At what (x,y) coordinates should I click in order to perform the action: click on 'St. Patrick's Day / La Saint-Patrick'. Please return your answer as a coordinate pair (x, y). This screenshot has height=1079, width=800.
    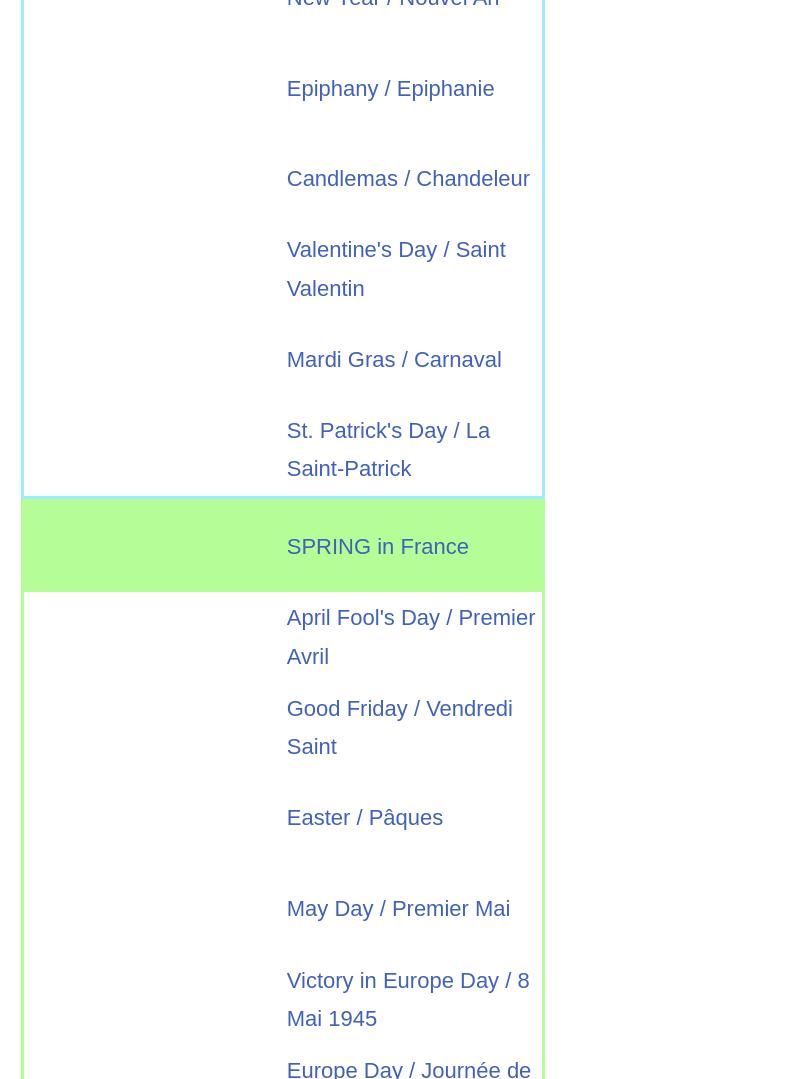
    Looking at the image, I should click on (387, 448).